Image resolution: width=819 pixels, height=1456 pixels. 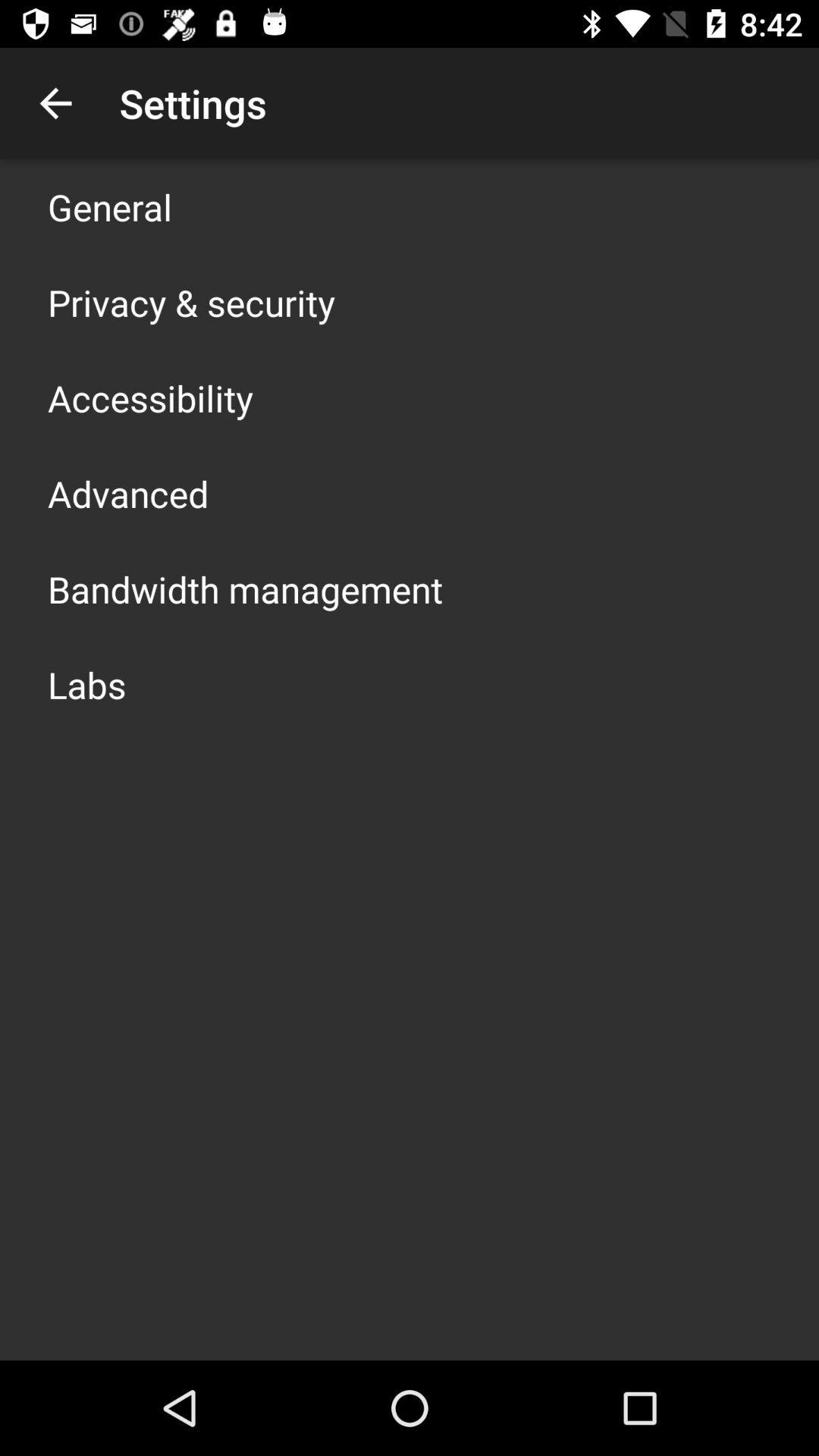 What do you see at coordinates (55, 102) in the screenshot?
I see `the icon to the left of the settings app` at bounding box center [55, 102].